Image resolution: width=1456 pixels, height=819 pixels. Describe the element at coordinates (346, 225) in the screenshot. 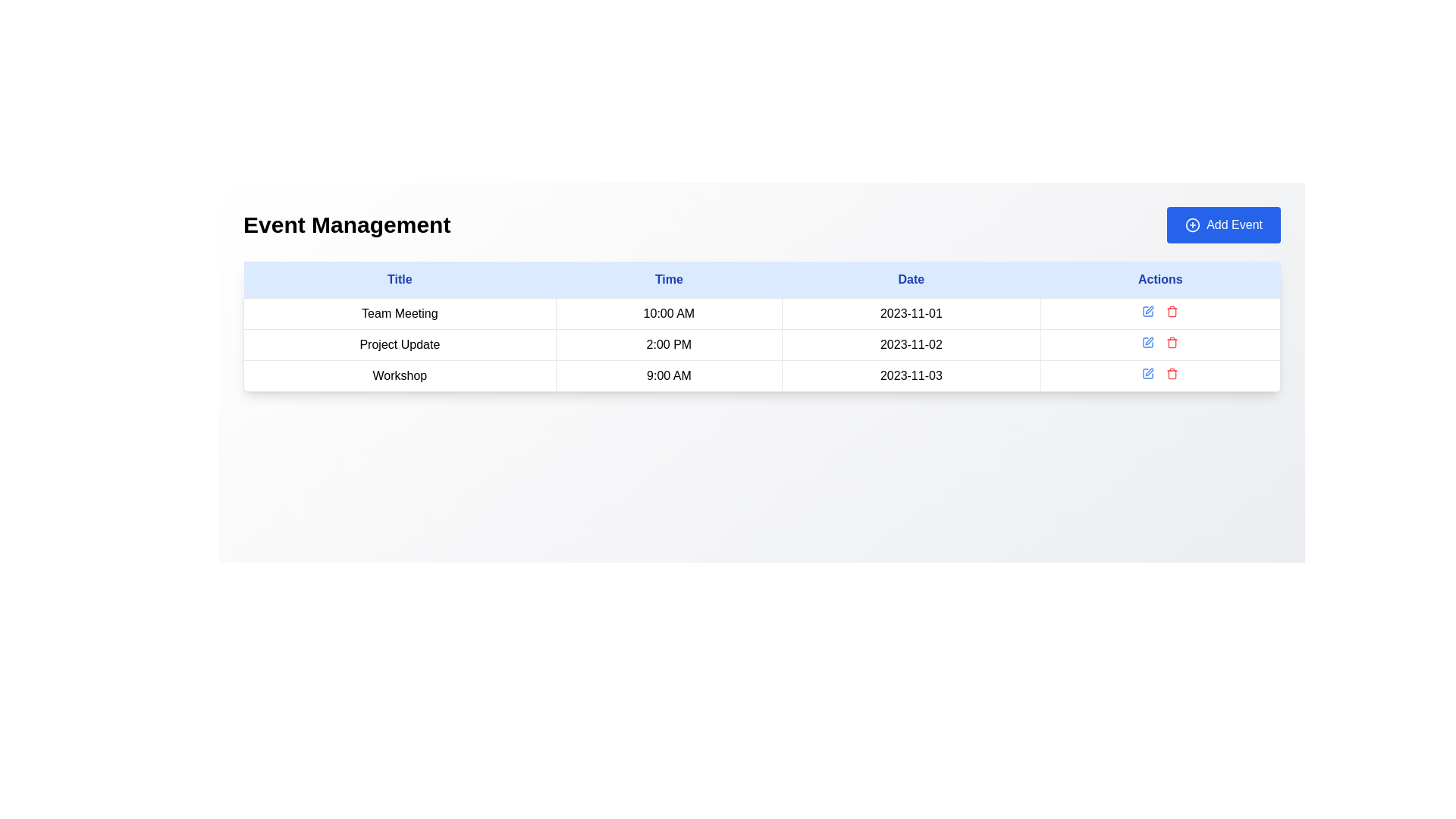

I see `the 'Event Management' title label located at the top left corner of the header area` at that location.